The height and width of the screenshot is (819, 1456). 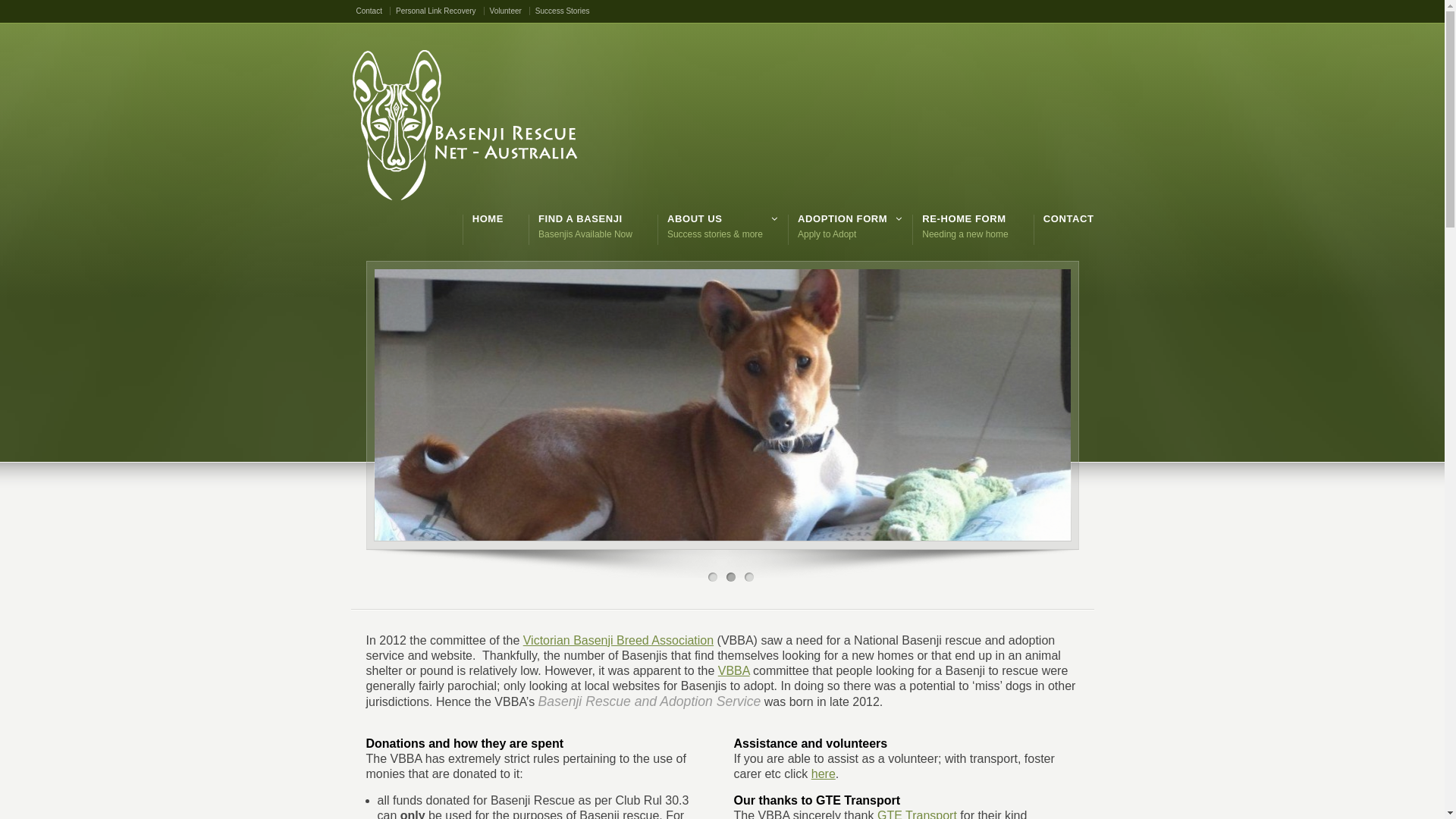 What do you see at coordinates (373, 11) in the screenshot?
I see `'Contact'` at bounding box center [373, 11].